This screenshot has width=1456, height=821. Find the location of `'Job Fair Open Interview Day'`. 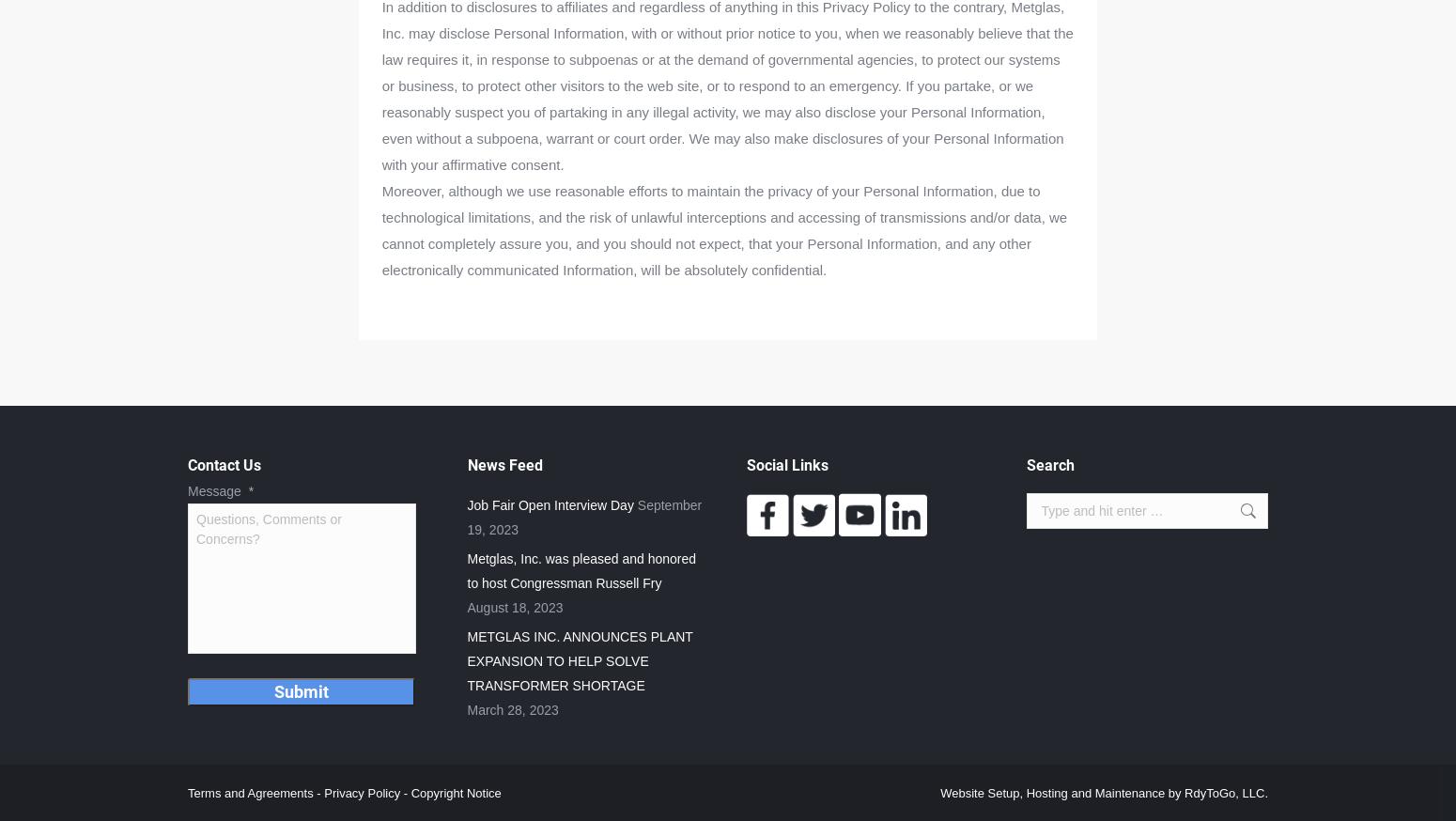

'Job Fair Open Interview Day' is located at coordinates (550, 505).